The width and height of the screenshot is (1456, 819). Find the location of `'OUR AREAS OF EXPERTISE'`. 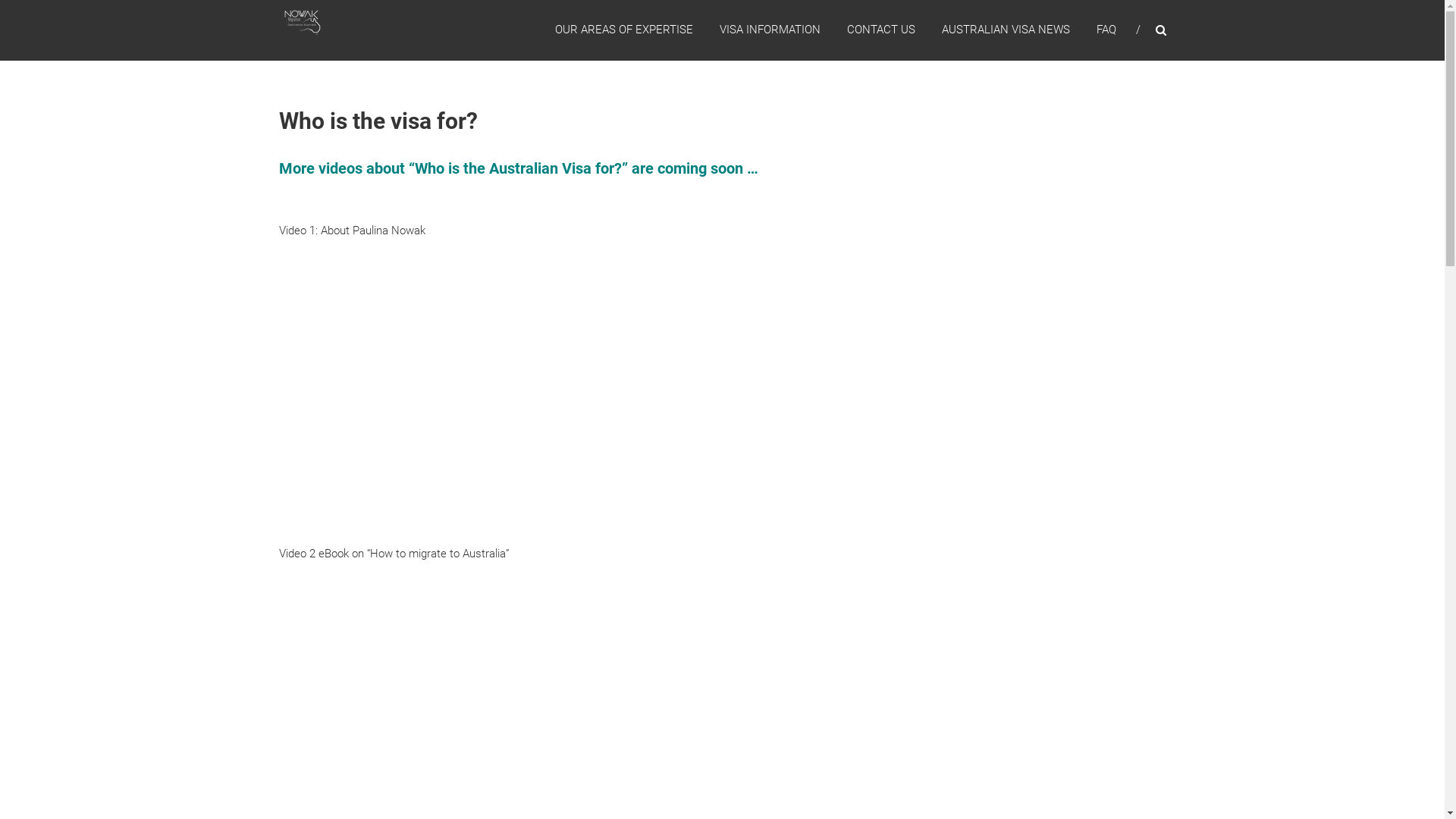

'OUR AREAS OF EXPERTISE' is located at coordinates (623, 29).